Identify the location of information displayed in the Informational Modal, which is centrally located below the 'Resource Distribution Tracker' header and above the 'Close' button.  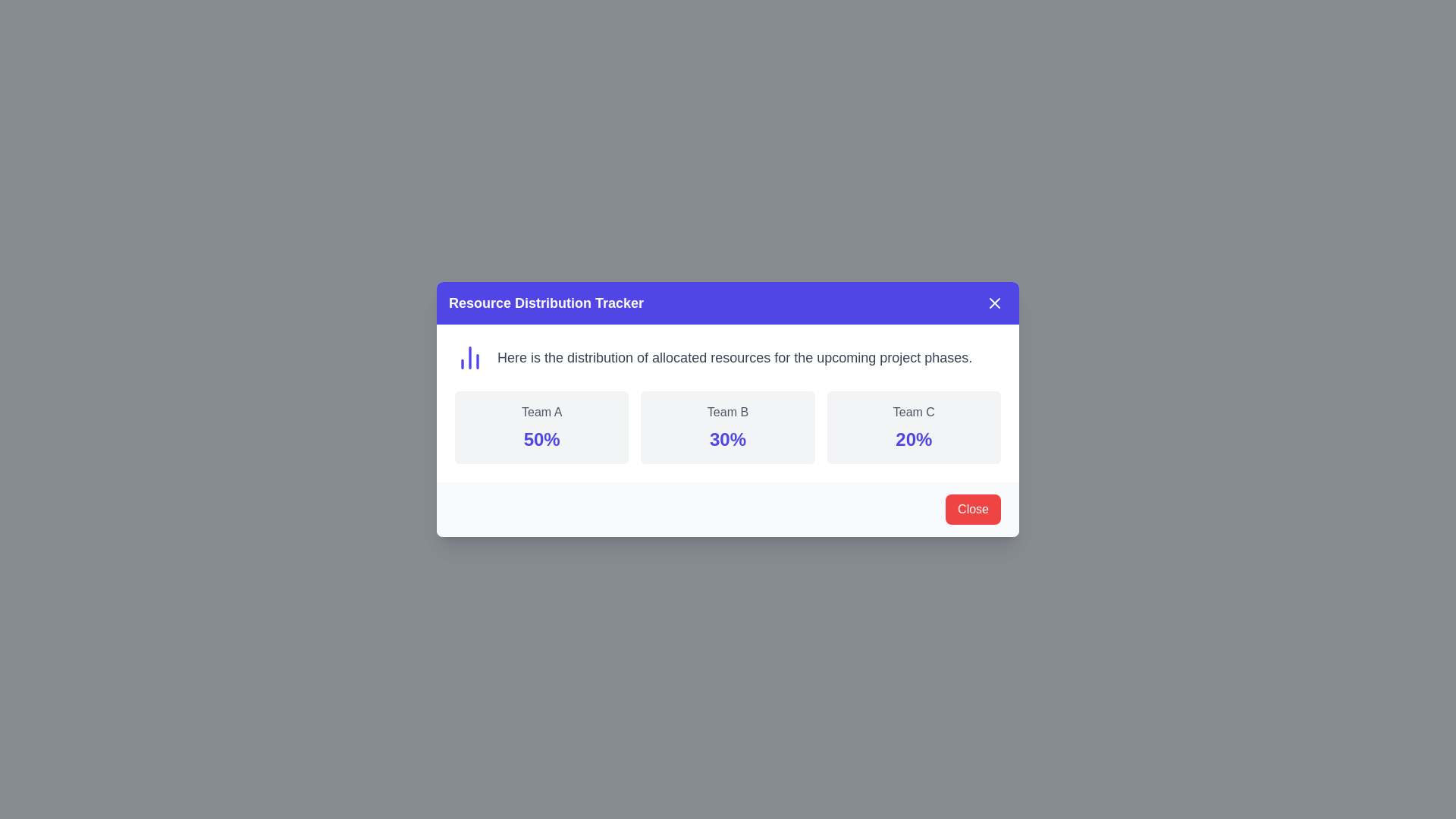
(728, 409).